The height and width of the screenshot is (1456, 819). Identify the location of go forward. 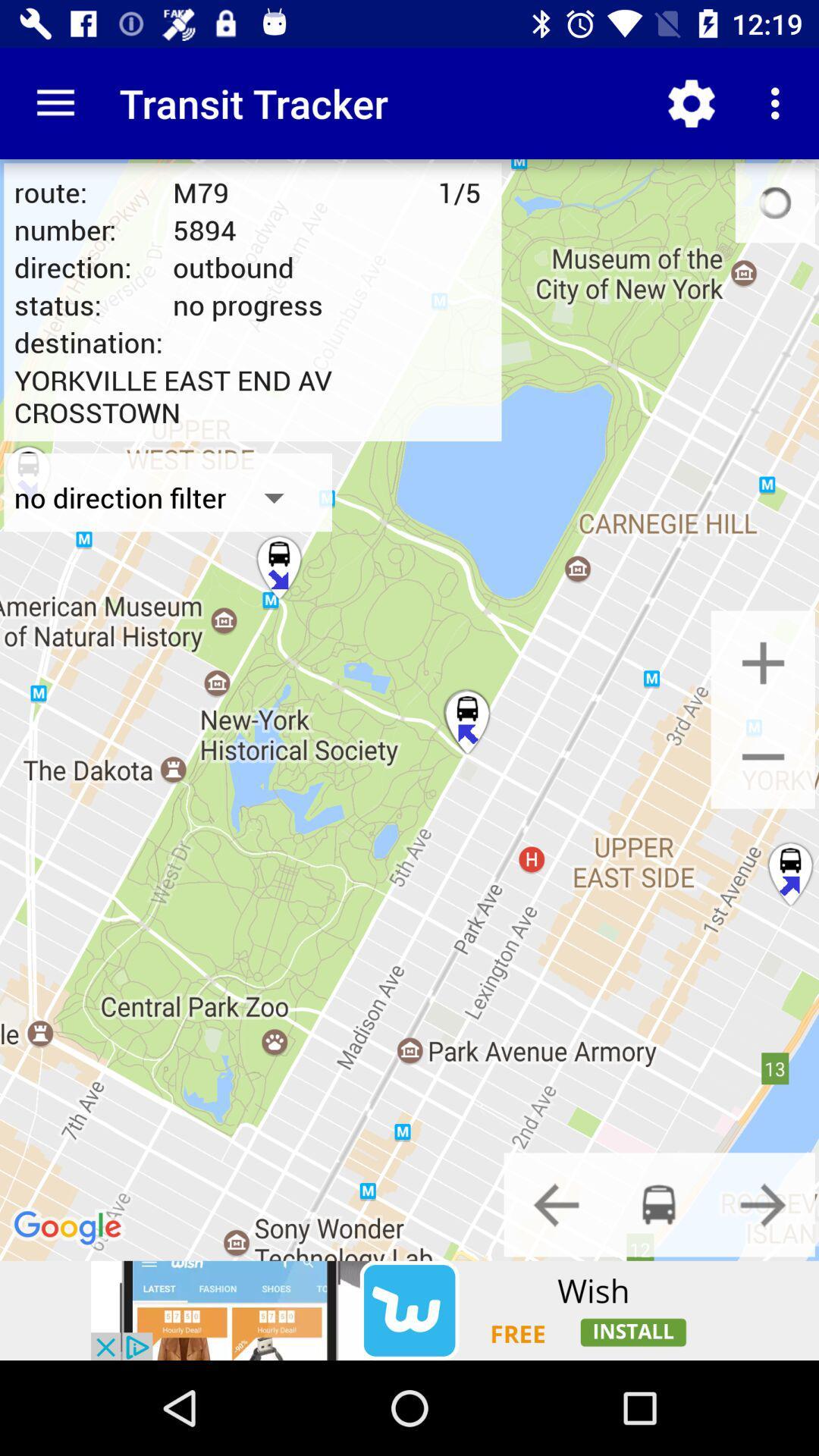
(763, 1203).